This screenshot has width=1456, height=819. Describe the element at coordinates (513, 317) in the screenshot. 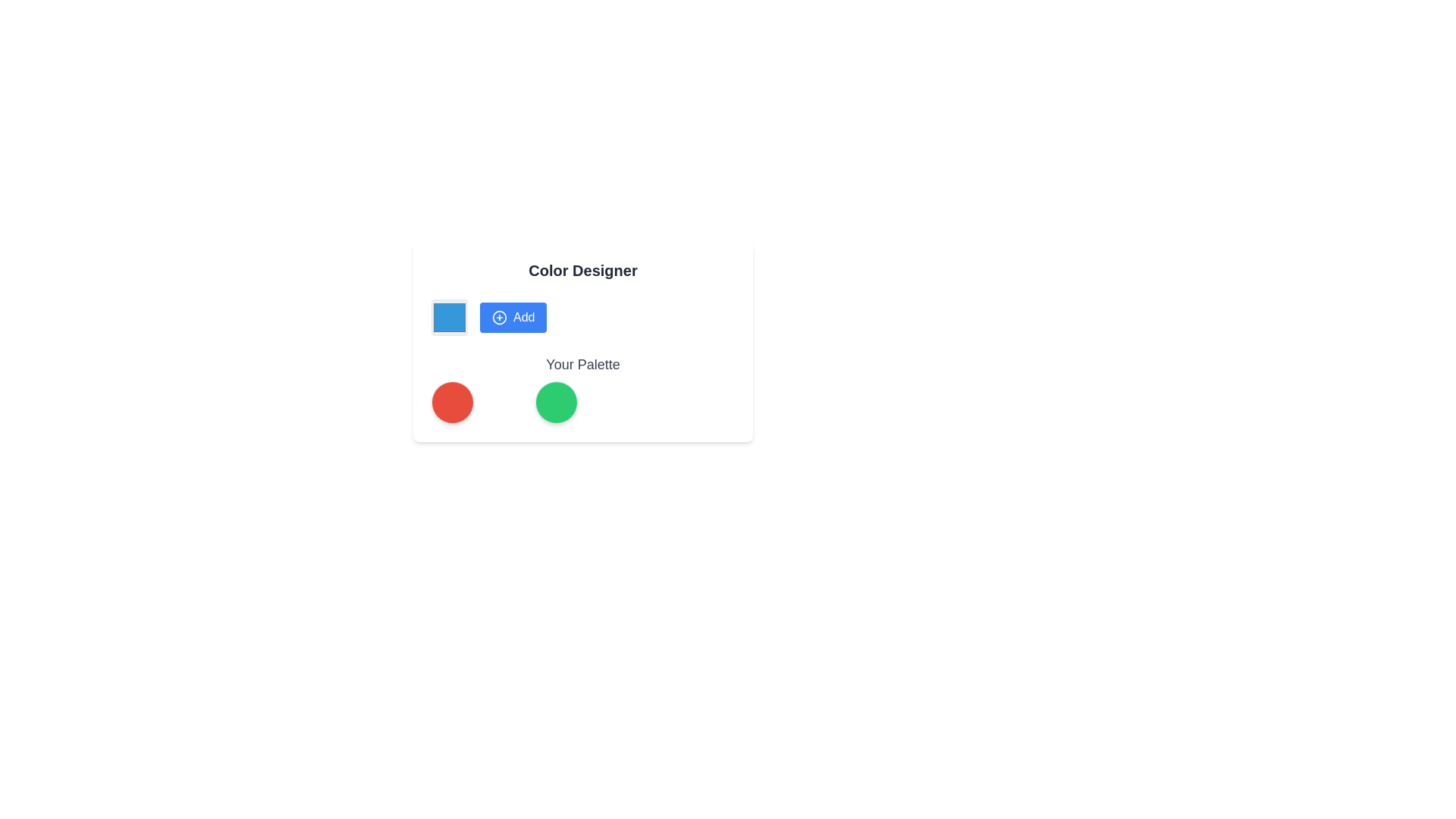

I see `the 'Add' button with a blue background and white text` at that location.